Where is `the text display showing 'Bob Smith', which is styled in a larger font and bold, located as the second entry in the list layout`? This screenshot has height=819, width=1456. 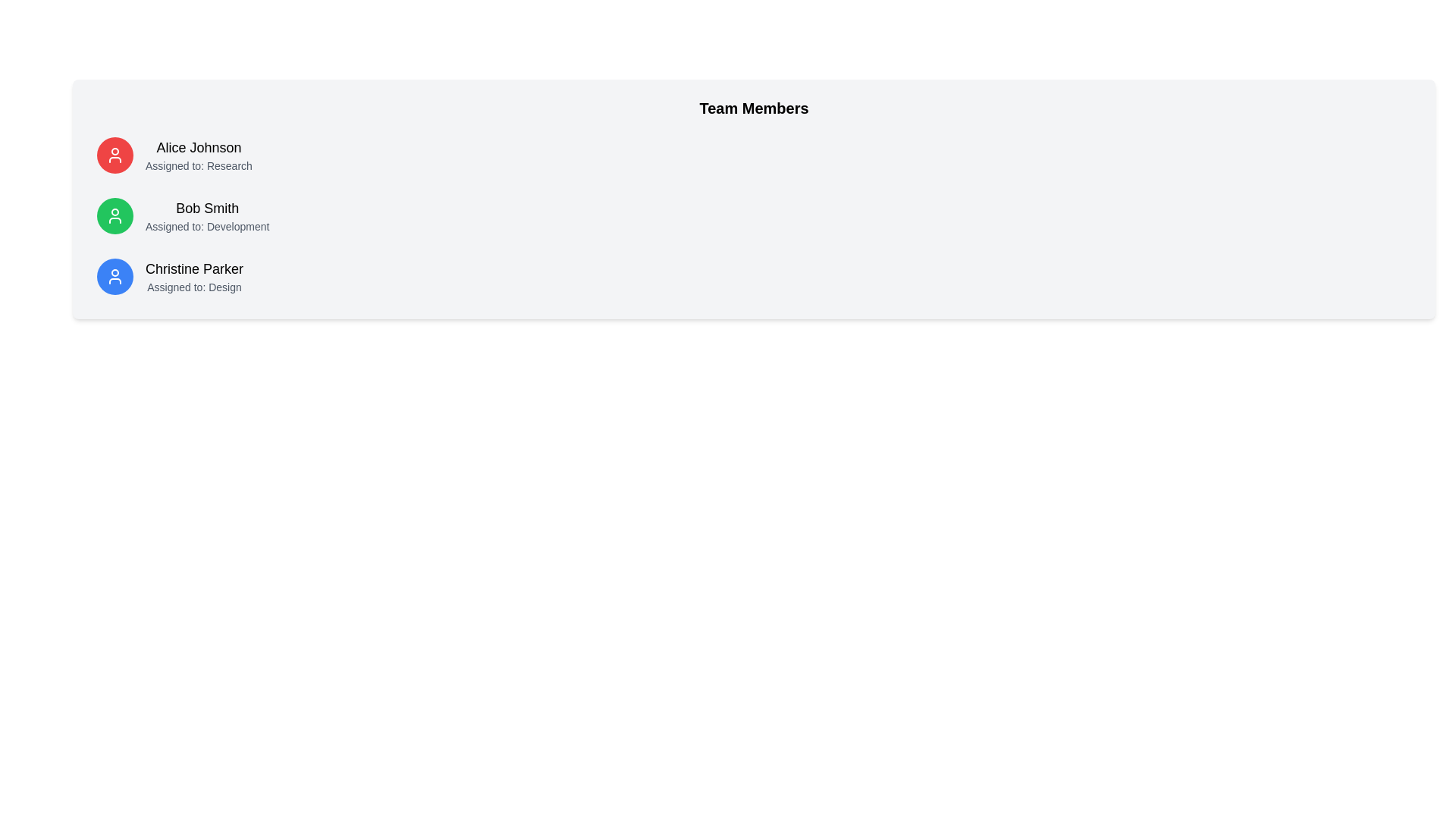 the text display showing 'Bob Smith', which is styled in a larger font and bold, located as the second entry in the list layout is located at coordinates (206, 208).